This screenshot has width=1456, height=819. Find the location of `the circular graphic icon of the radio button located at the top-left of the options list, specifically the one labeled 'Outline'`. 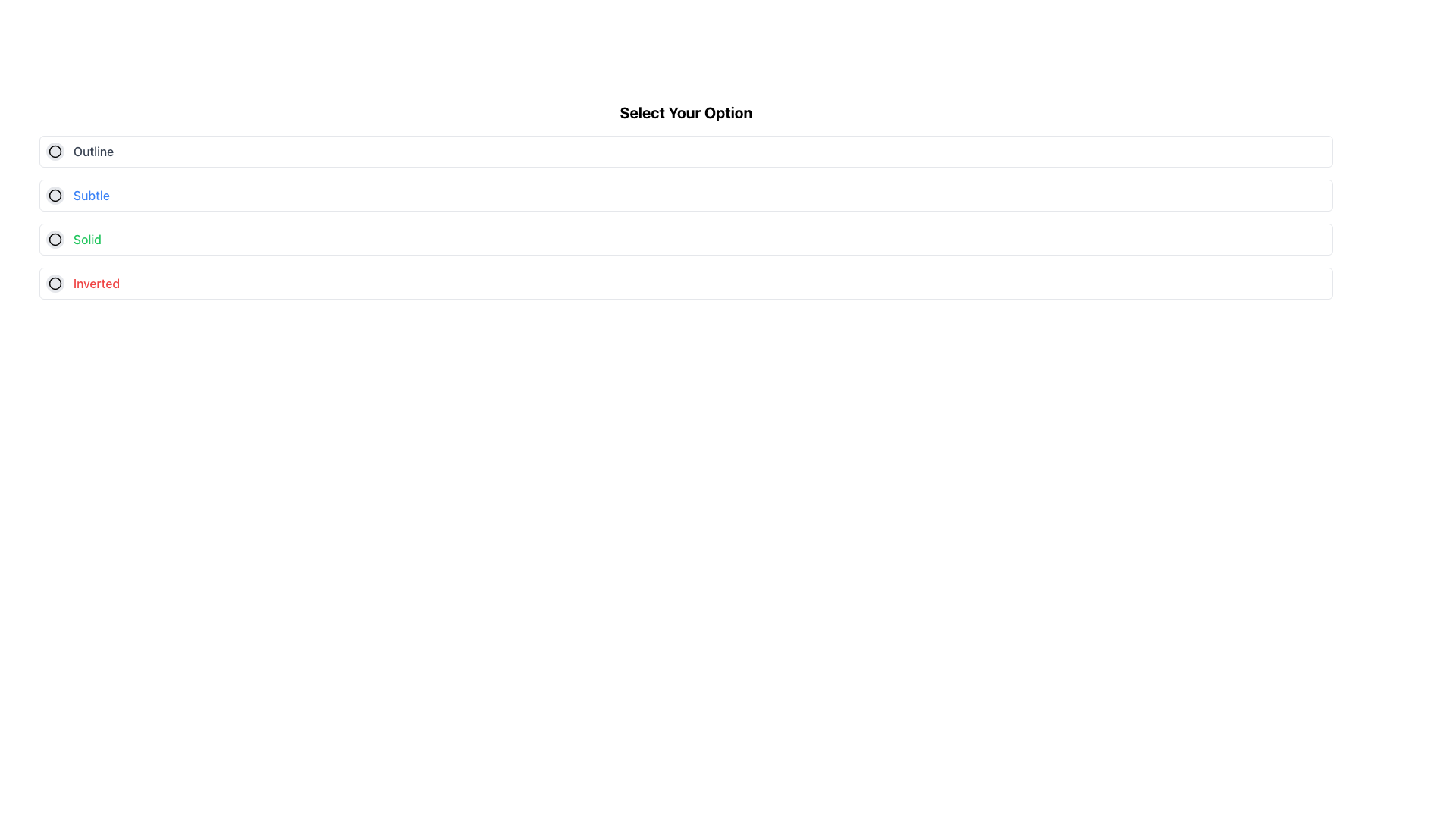

the circular graphic icon of the radio button located at the top-left of the options list, specifically the one labeled 'Outline' is located at coordinates (55, 152).